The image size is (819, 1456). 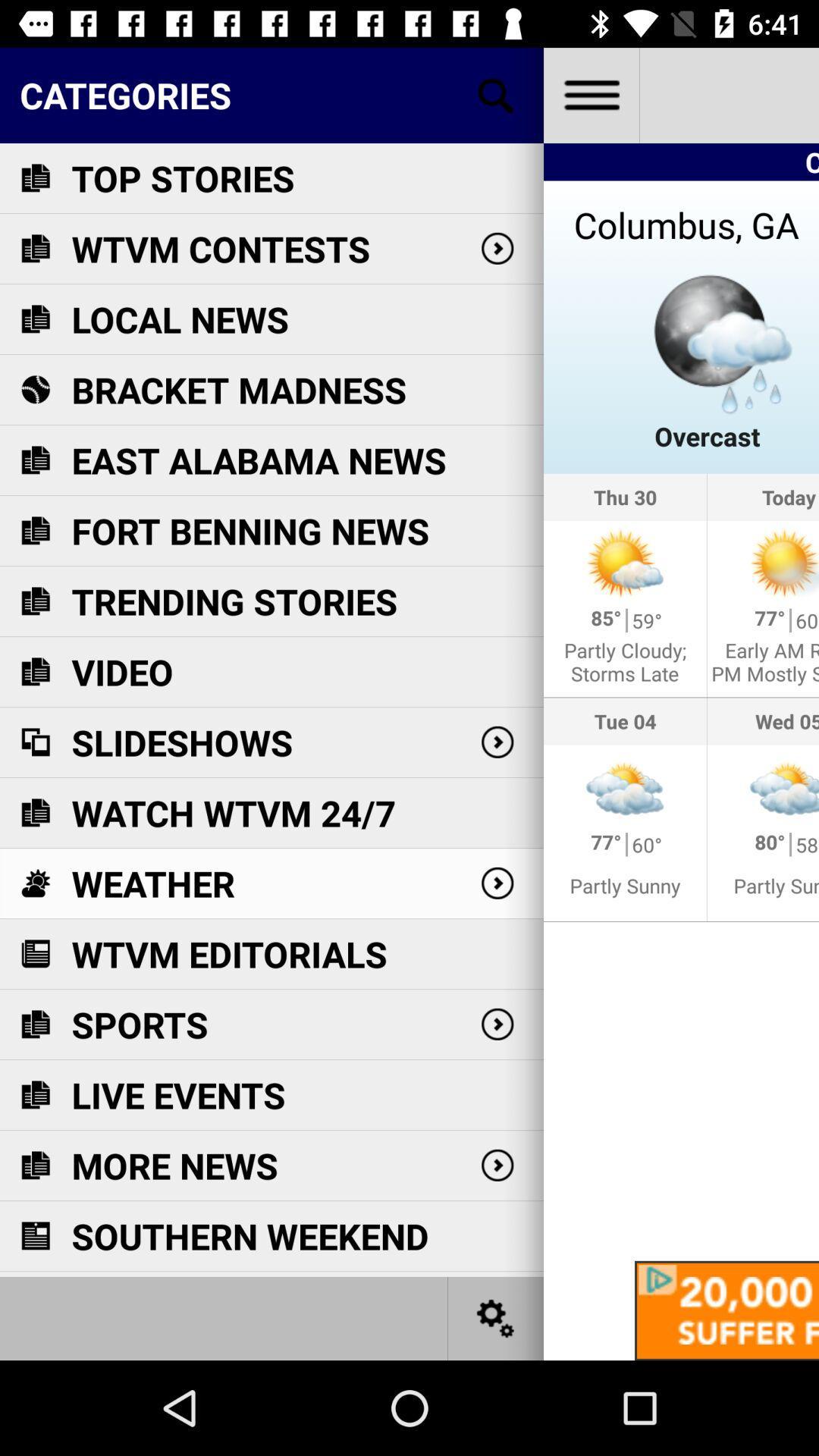 I want to click on the menu icon, so click(x=590, y=94).